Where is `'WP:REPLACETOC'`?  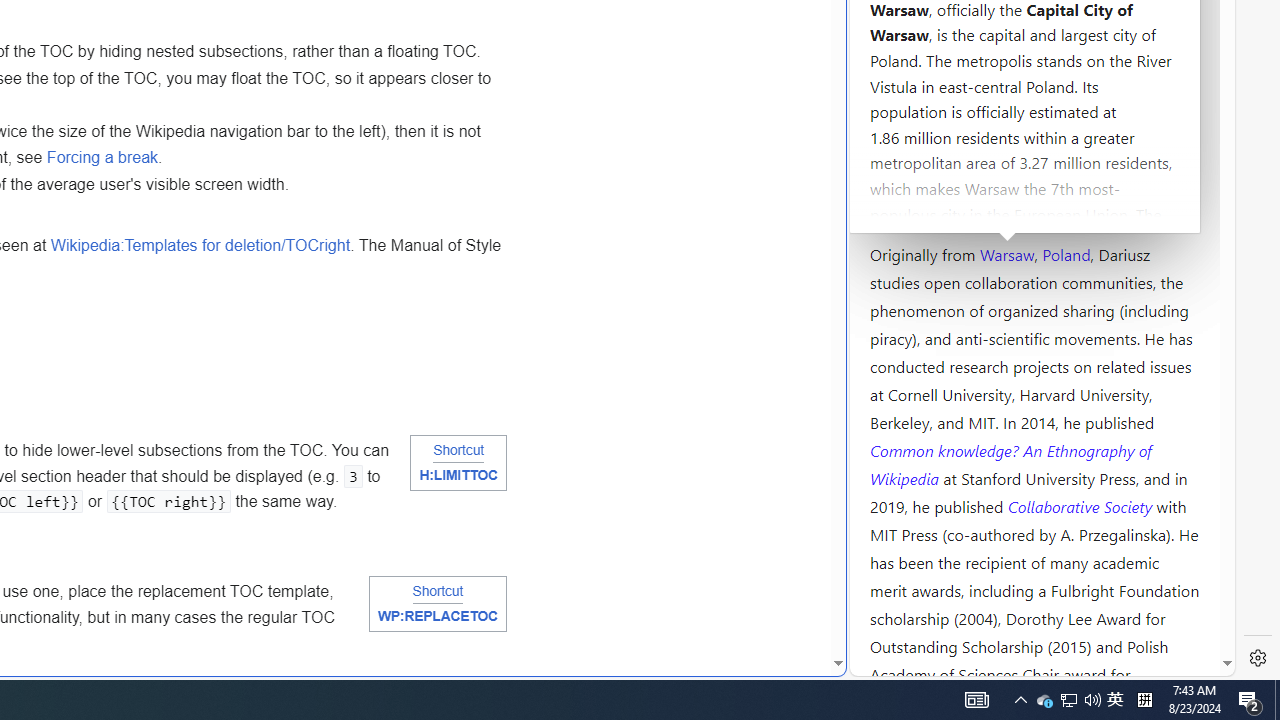
'WP:REPLACETOC' is located at coordinates (436, 616).